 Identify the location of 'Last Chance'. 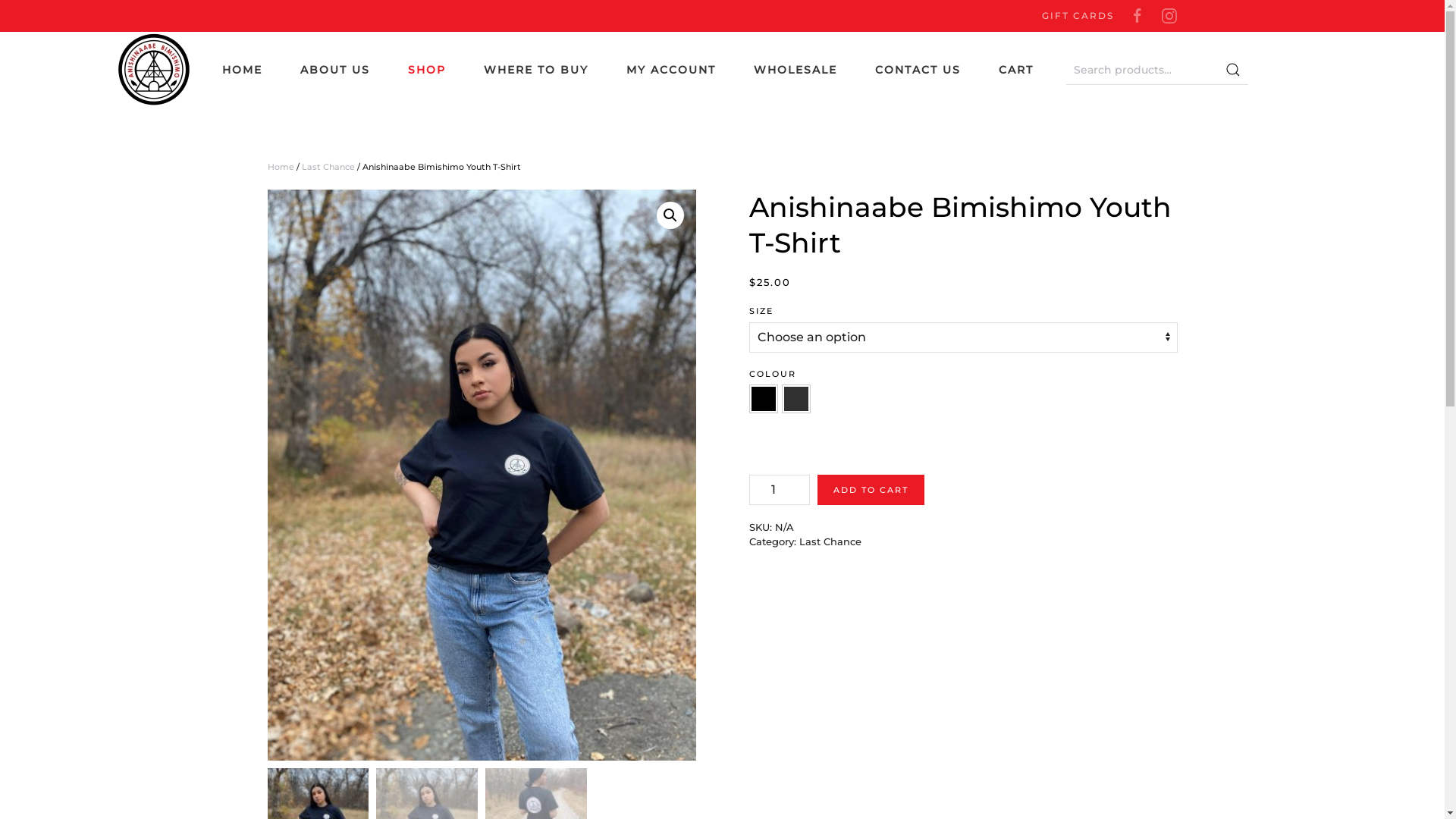
(829, 540).